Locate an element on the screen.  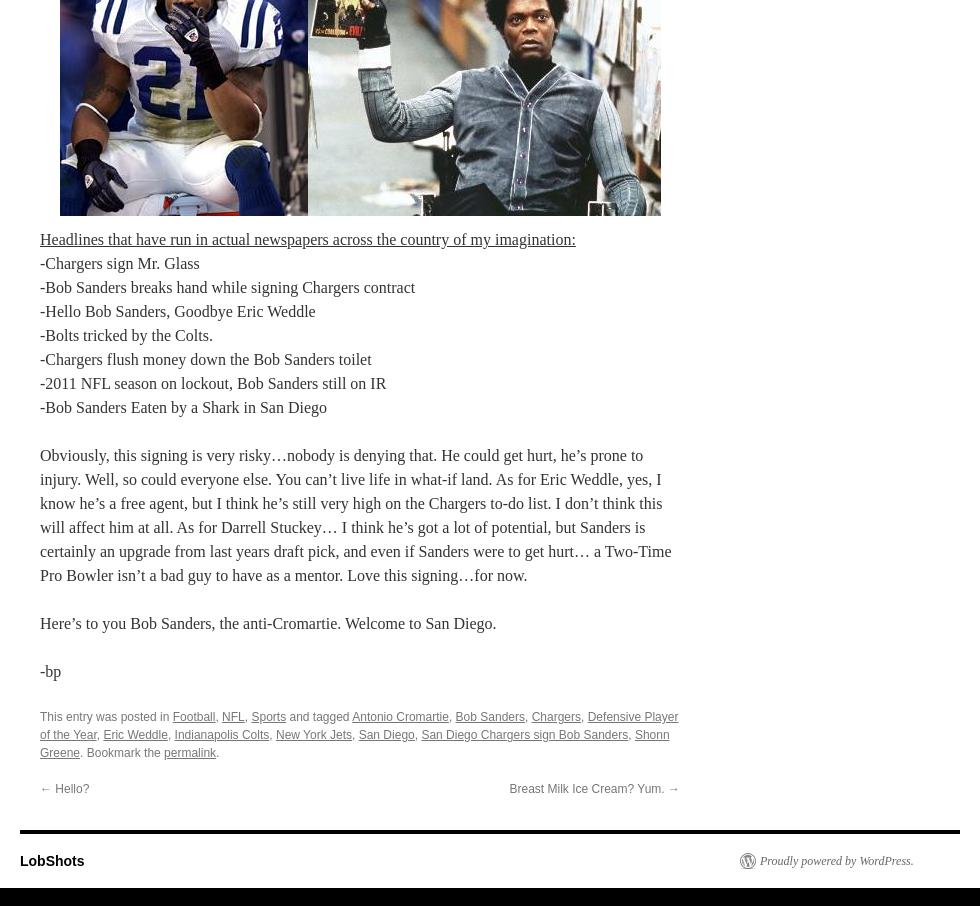
'New York Jets' is located at coordinates (313, 733).